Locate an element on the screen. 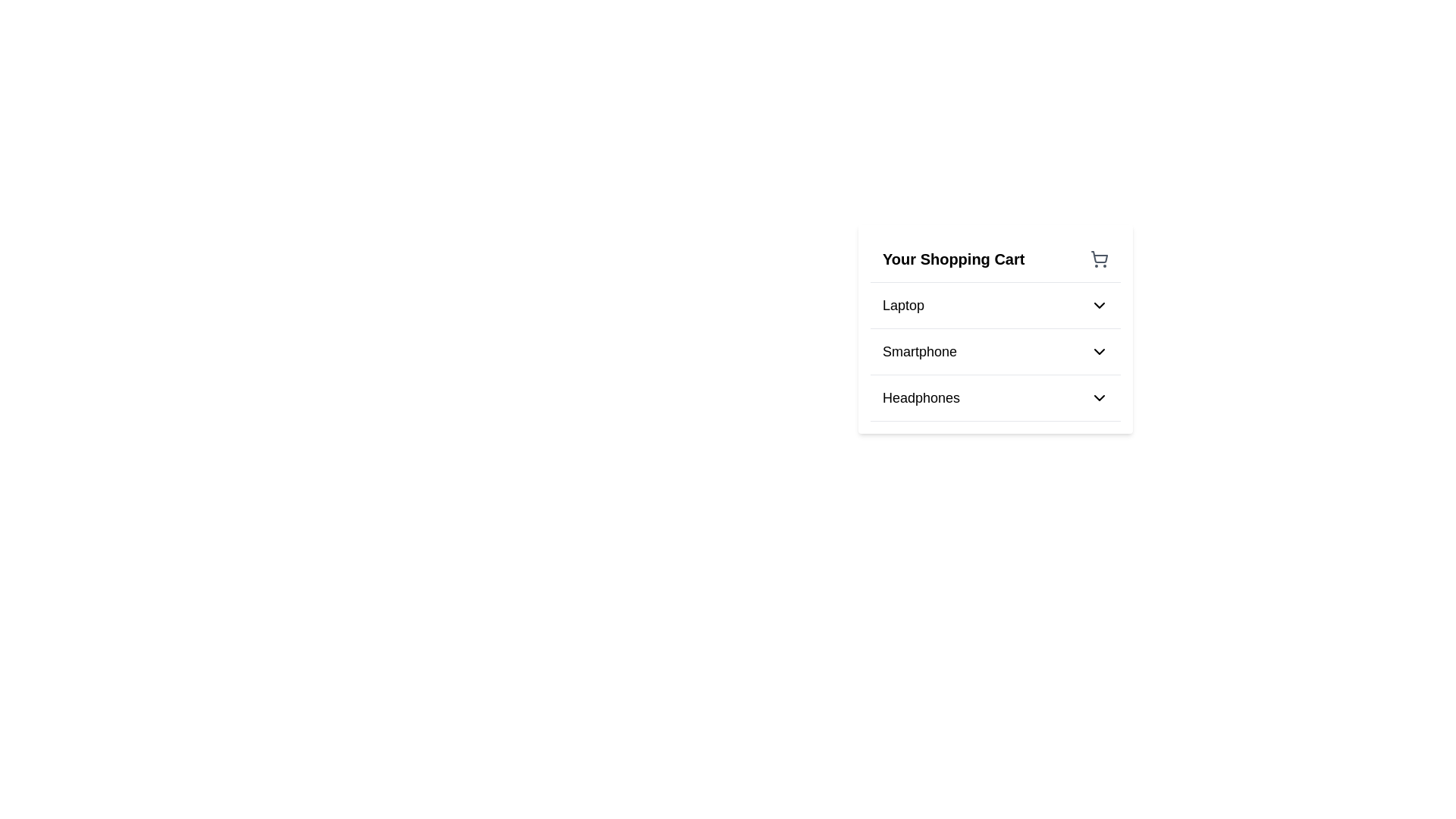  the second entry in the dropdown list representing the product category 'Smartphone' is located at coordinates (996, 351).